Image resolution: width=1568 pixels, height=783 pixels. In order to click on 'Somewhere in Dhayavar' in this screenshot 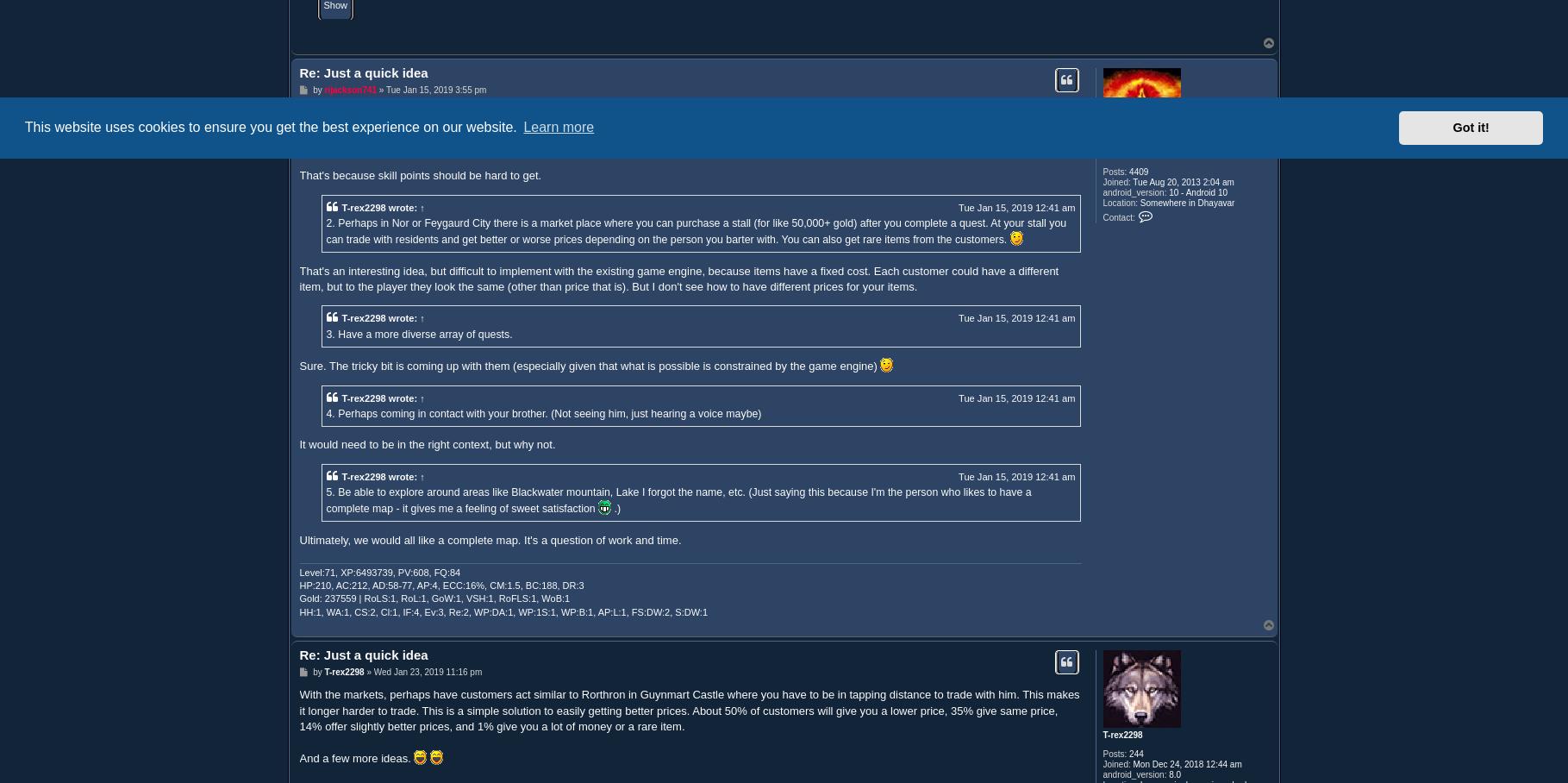, I will do `click(1137, 201)`.